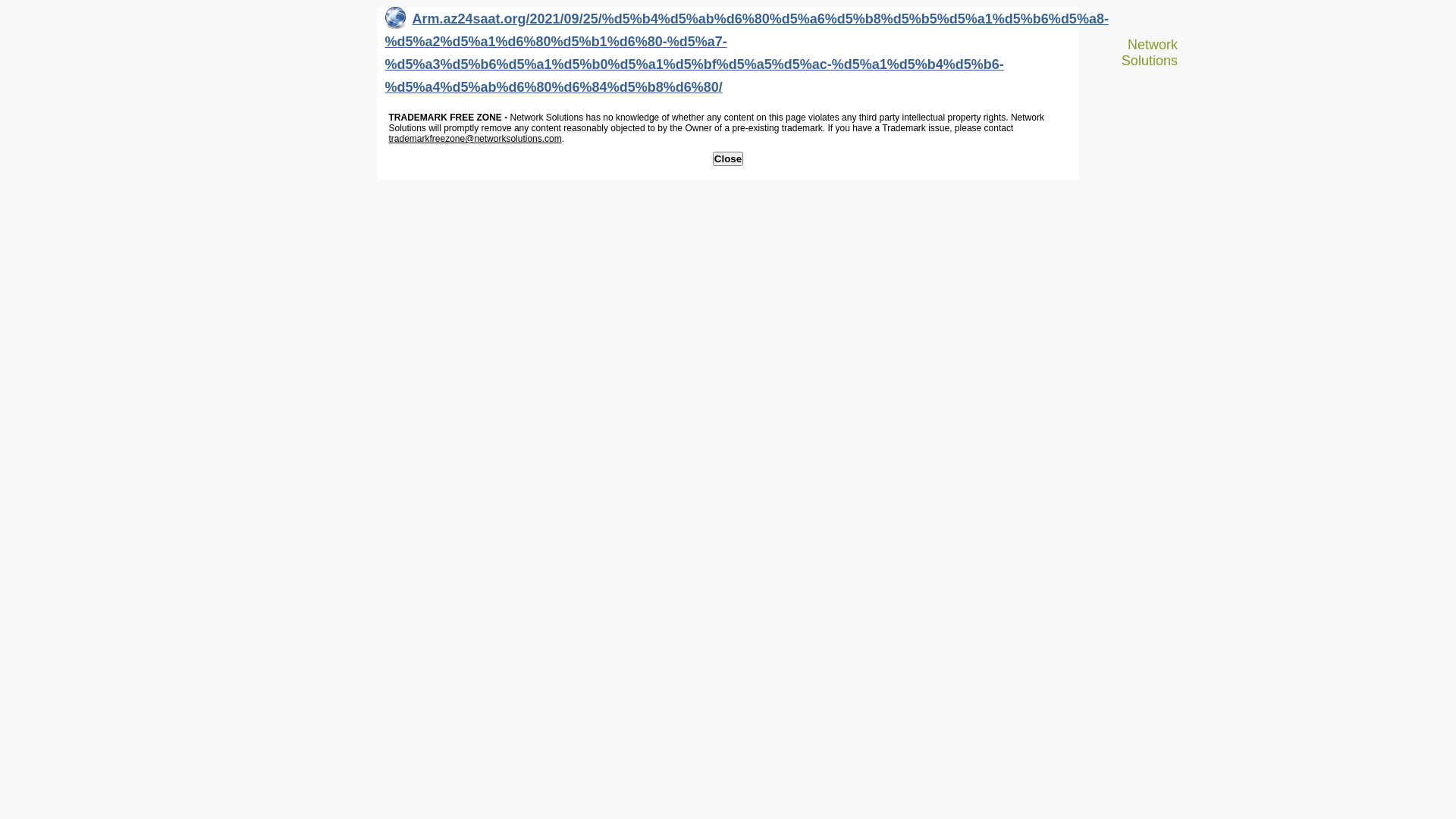 Image resolution: width=1456 pixels, height=819 pixels. Describe the element at coordinates (1143, 52) in the screenshot. I see `'Network Solutions'` at that location.